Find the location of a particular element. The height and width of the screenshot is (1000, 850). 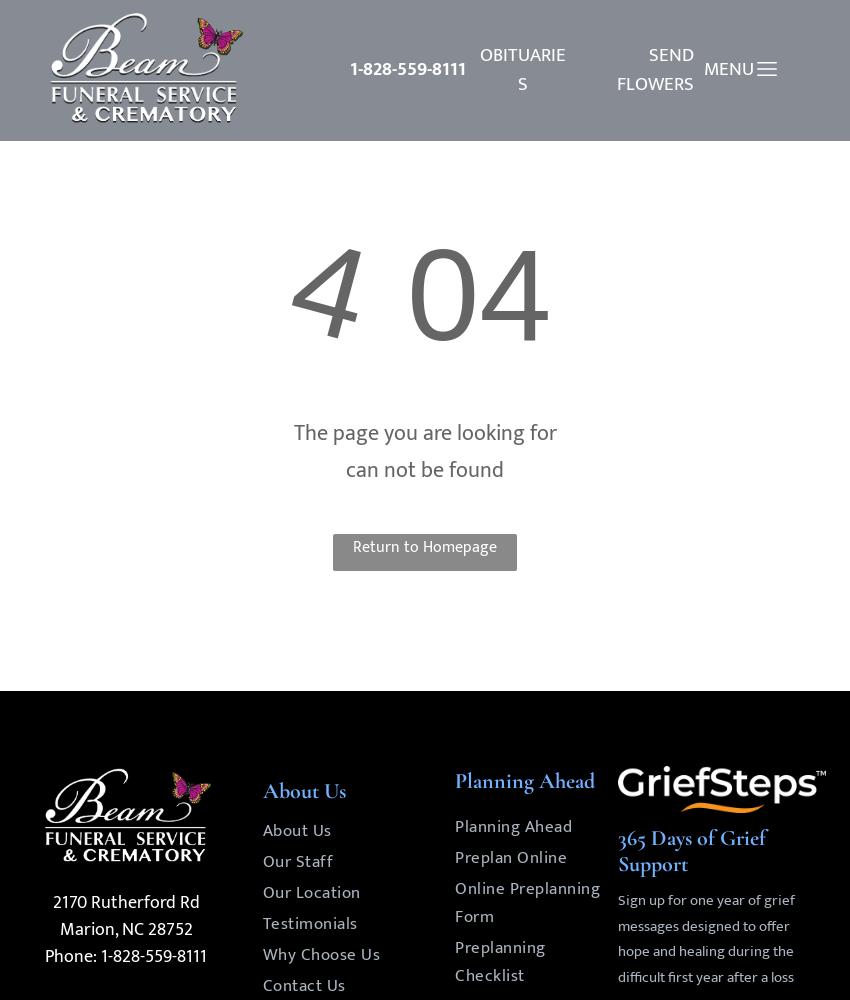

'Phone:' is located at coordinates (70, 956).